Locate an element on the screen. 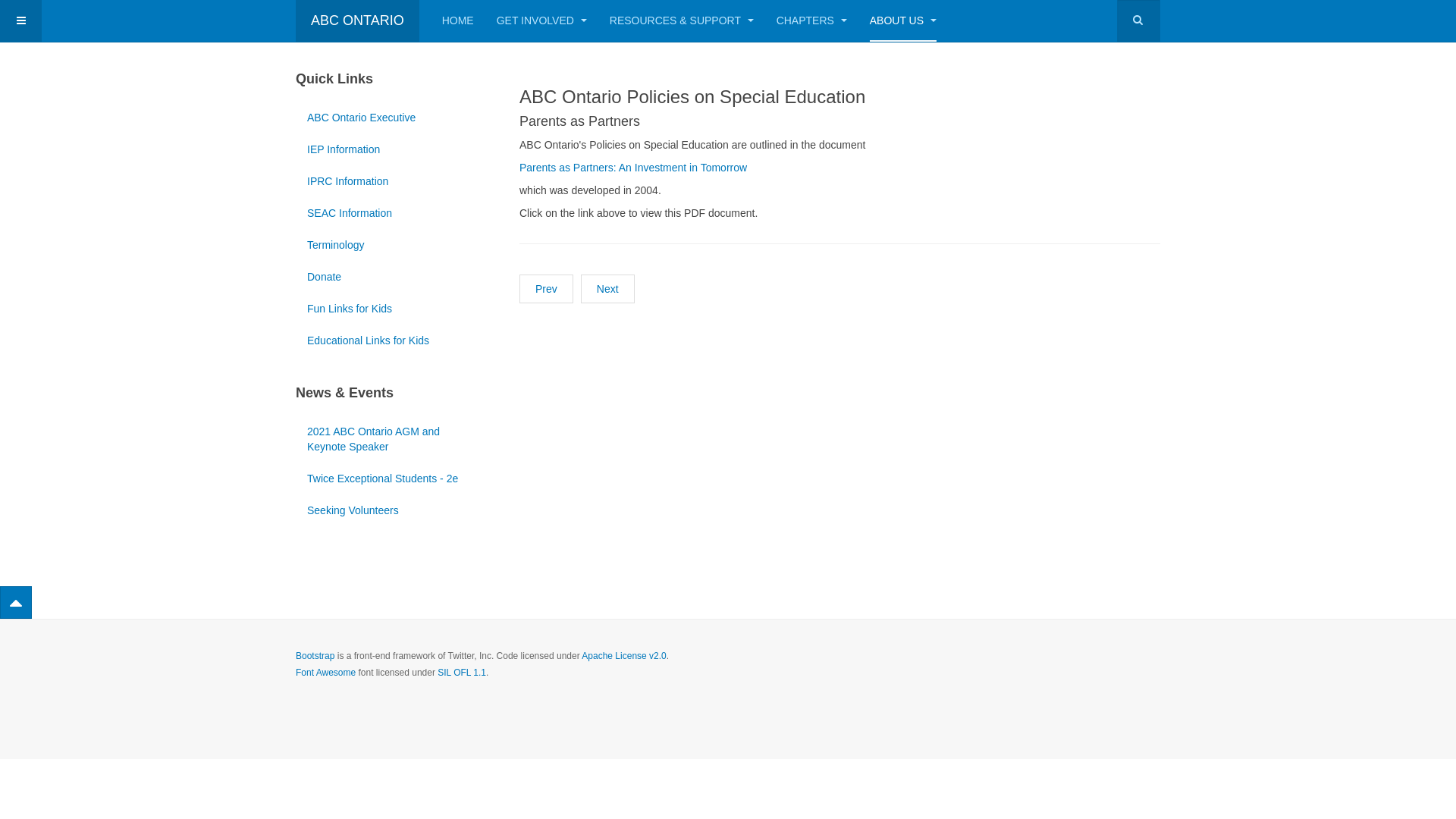  'Next' is located at coordinates (607, 289).